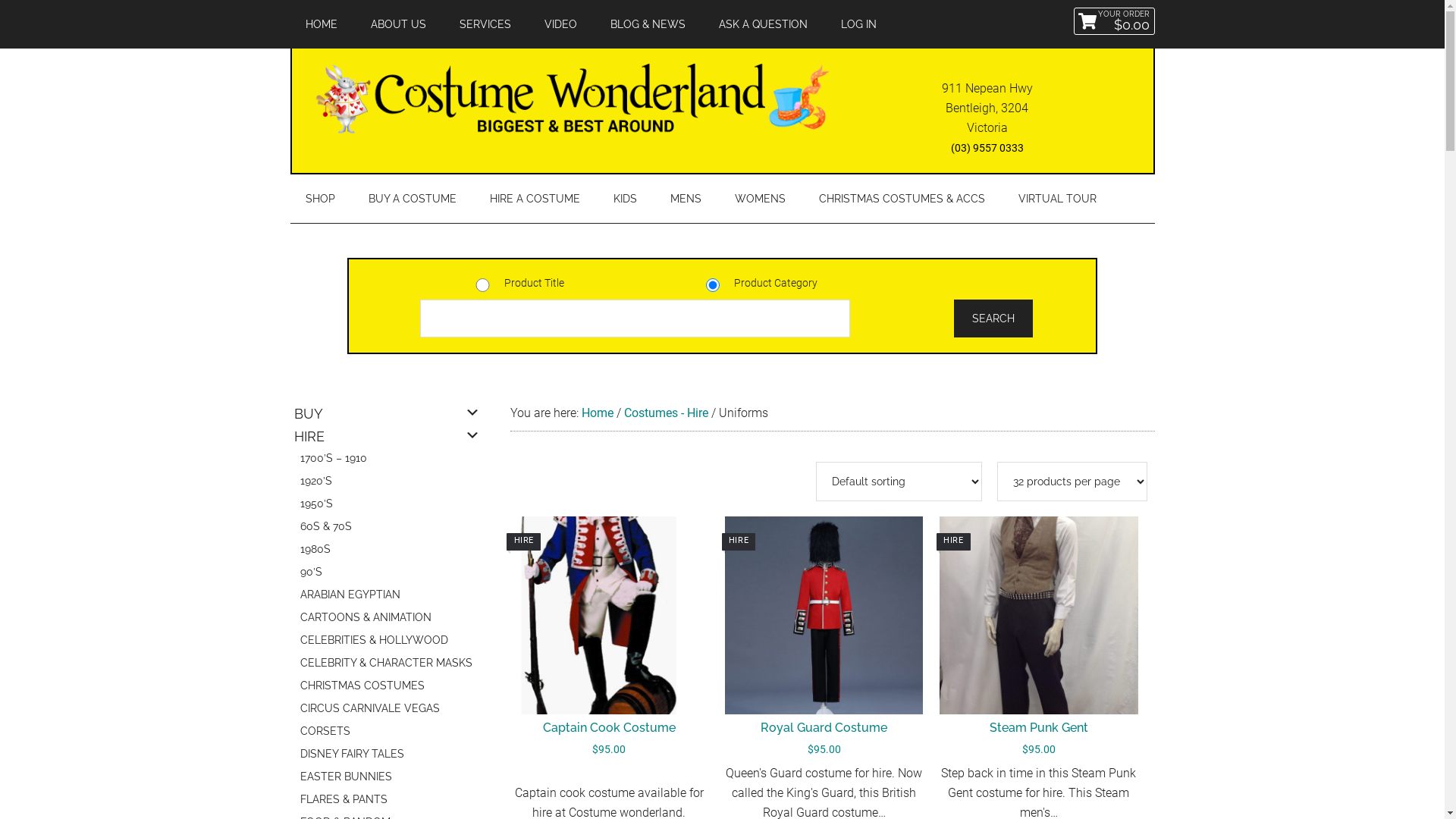  What do you see at coordinates (381, 415) in the screenshot?
I see `'BUY'` at bounding box center [381, 415].